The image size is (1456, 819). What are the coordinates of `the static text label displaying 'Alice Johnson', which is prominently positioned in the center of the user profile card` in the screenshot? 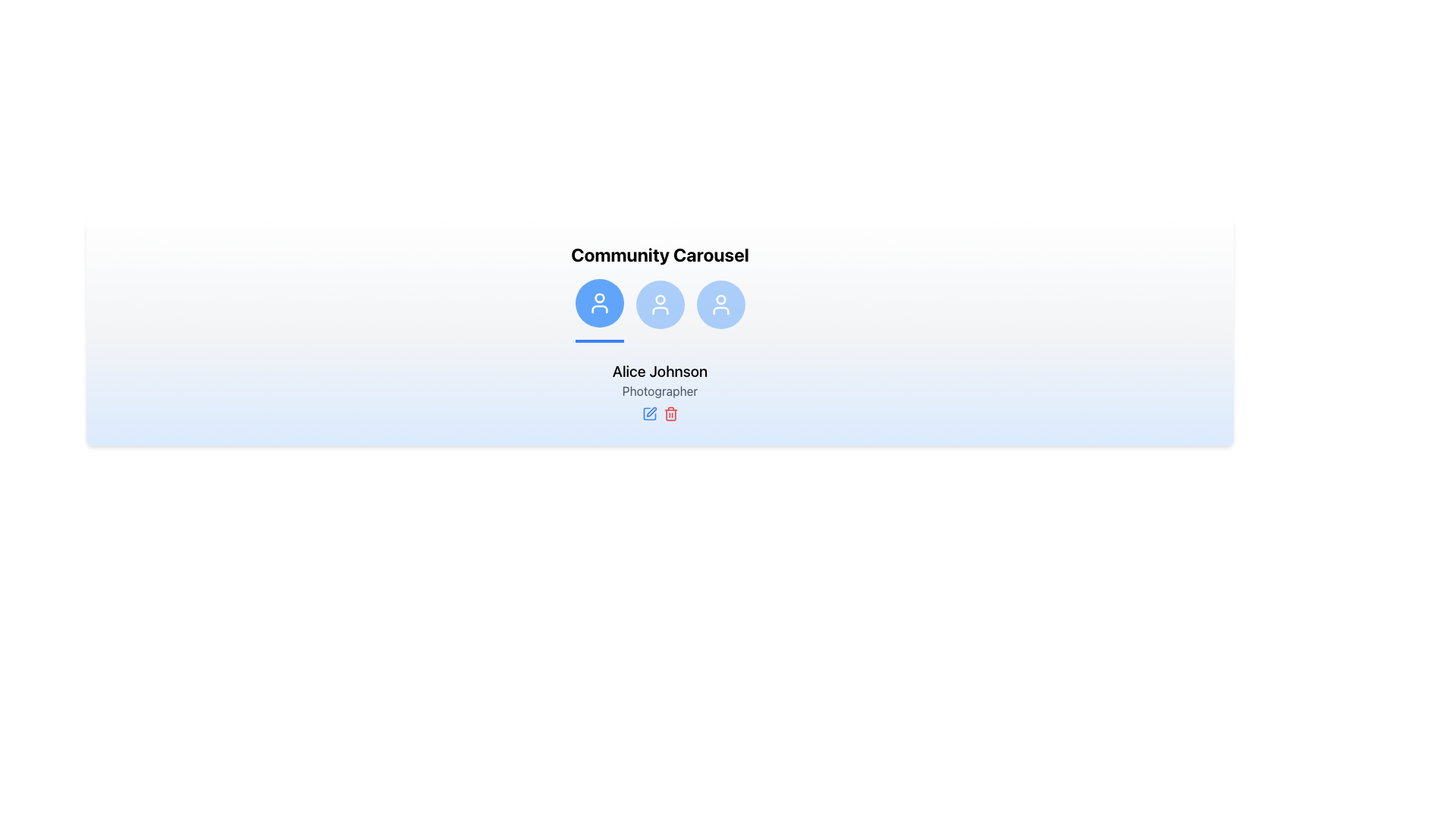 It's located at (660, 371).